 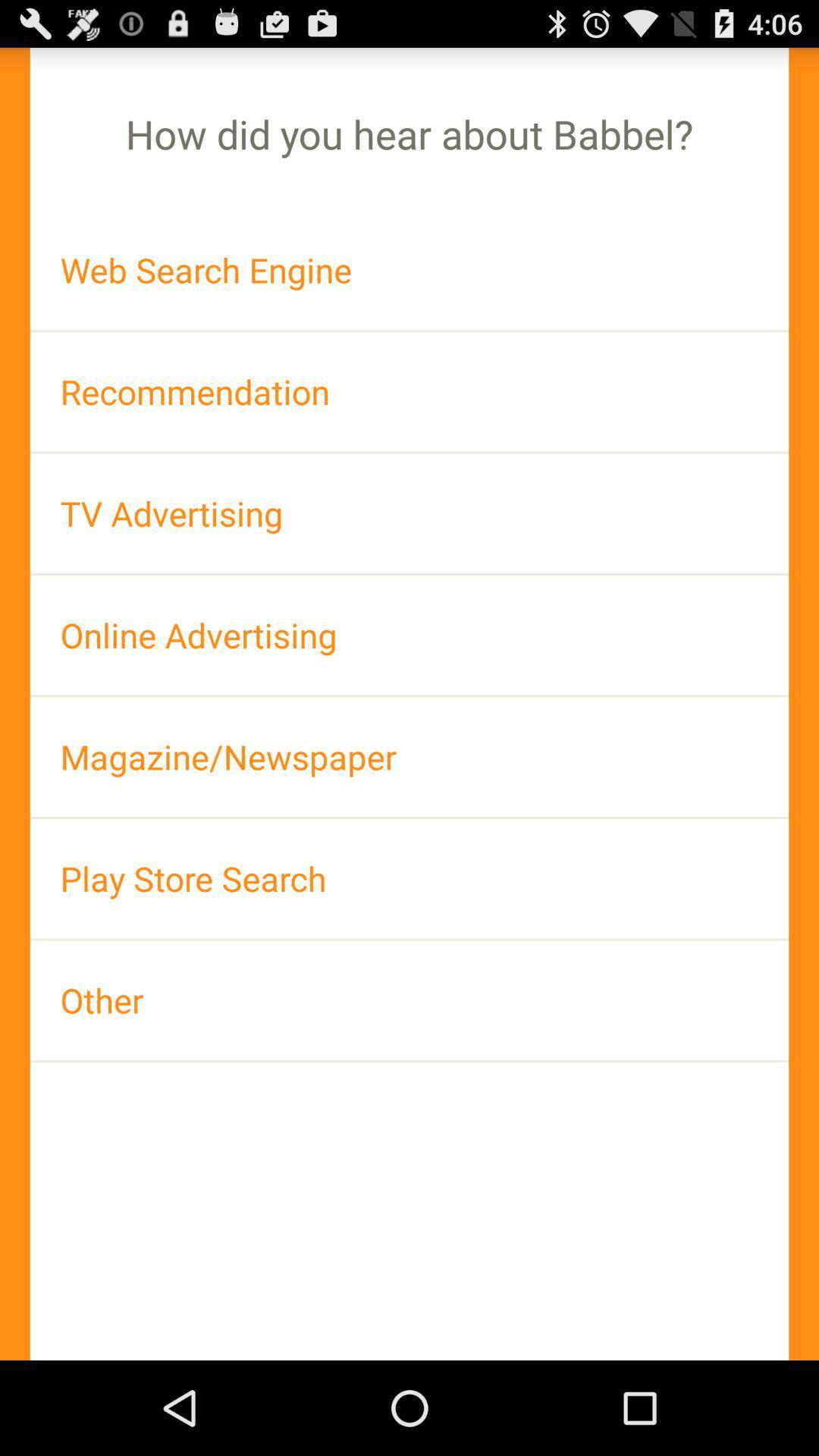 What do you see at coordinates (409, 878) in the screenshot?
I see `app above other item` at bounding box center [409, 878].